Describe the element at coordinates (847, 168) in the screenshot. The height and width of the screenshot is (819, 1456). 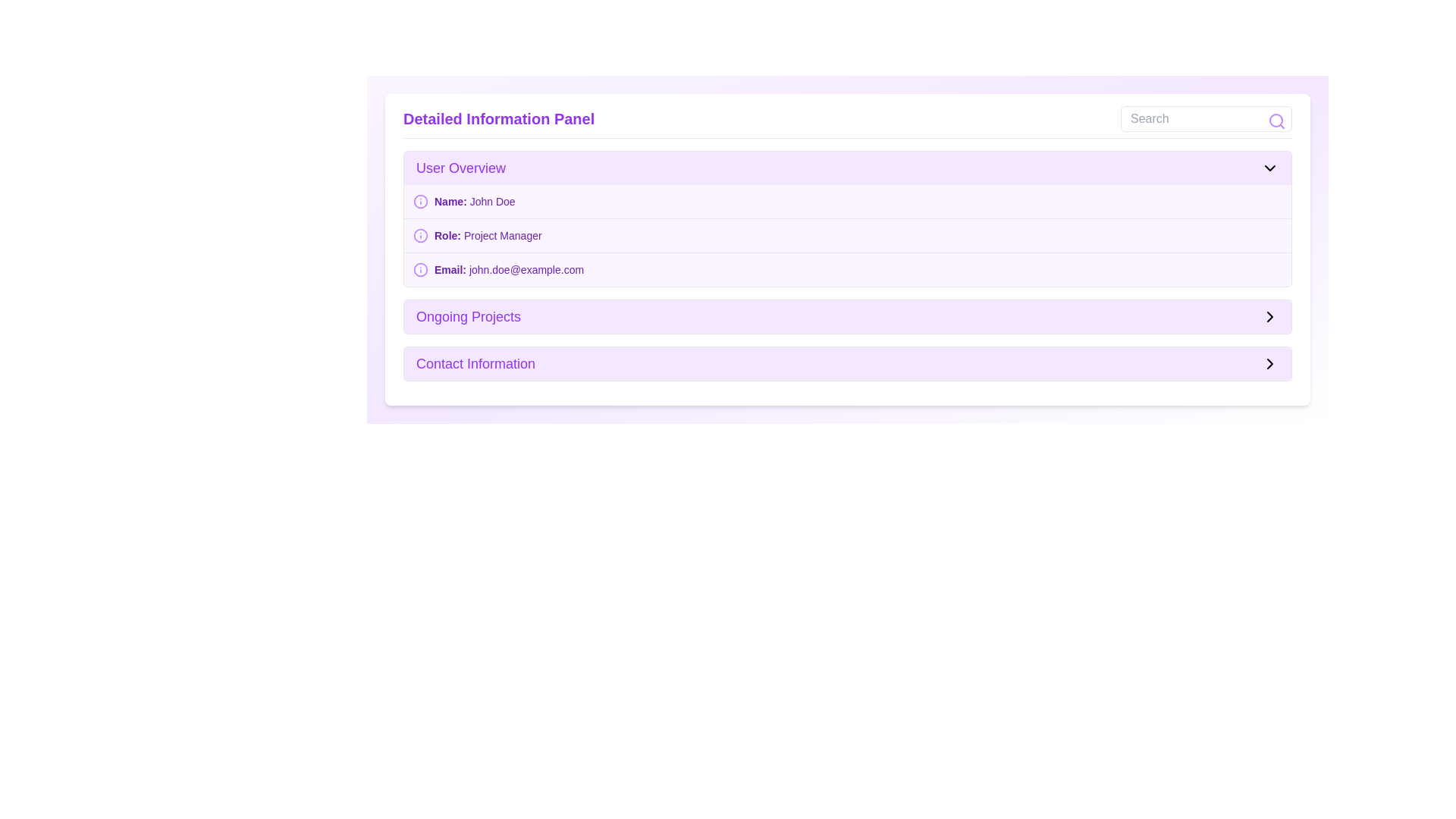
I see `the 'User Overview' toggle bar with a light purple background` at that location.